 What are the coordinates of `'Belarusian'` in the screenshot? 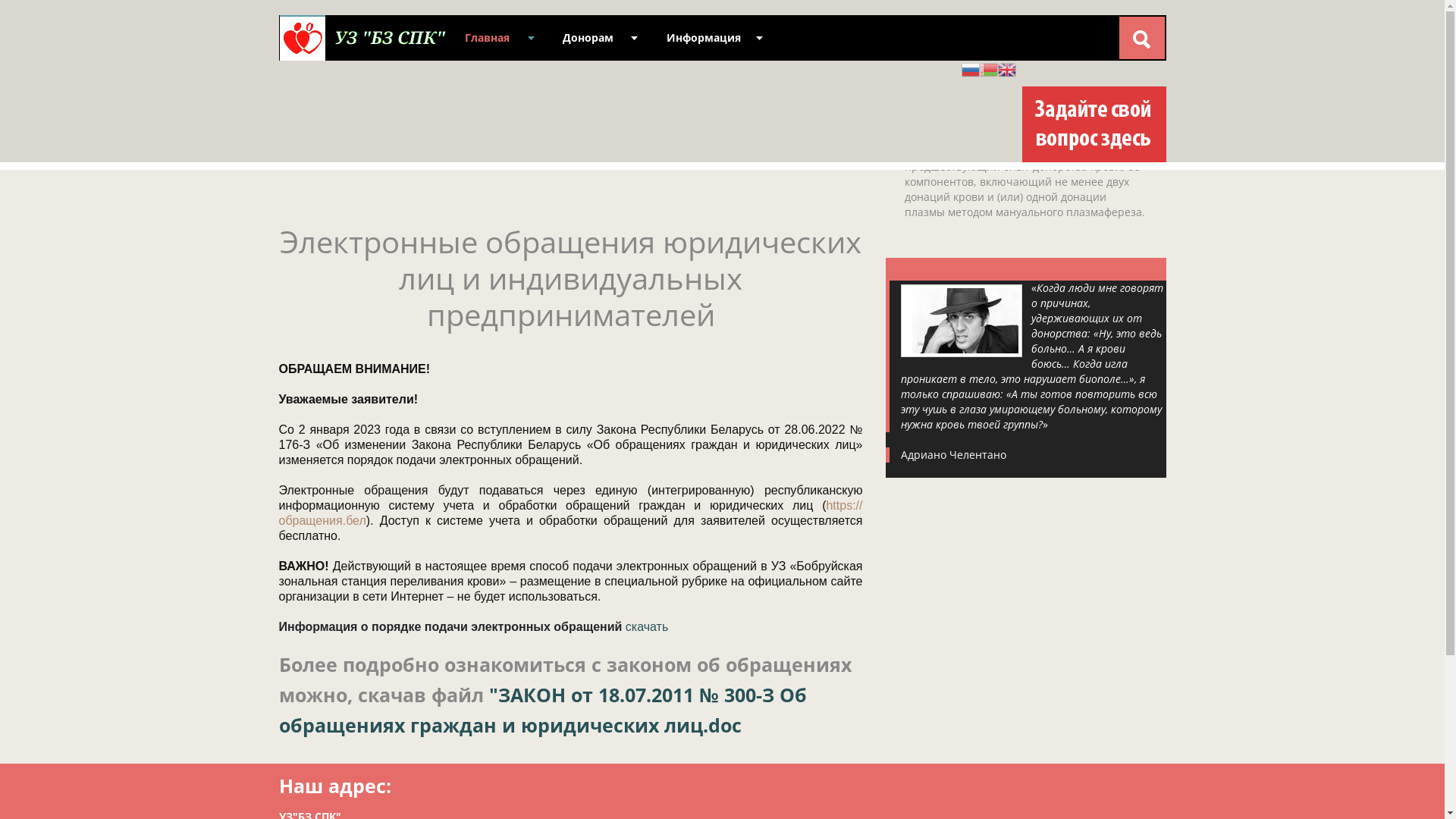 It's located at (989, 68).